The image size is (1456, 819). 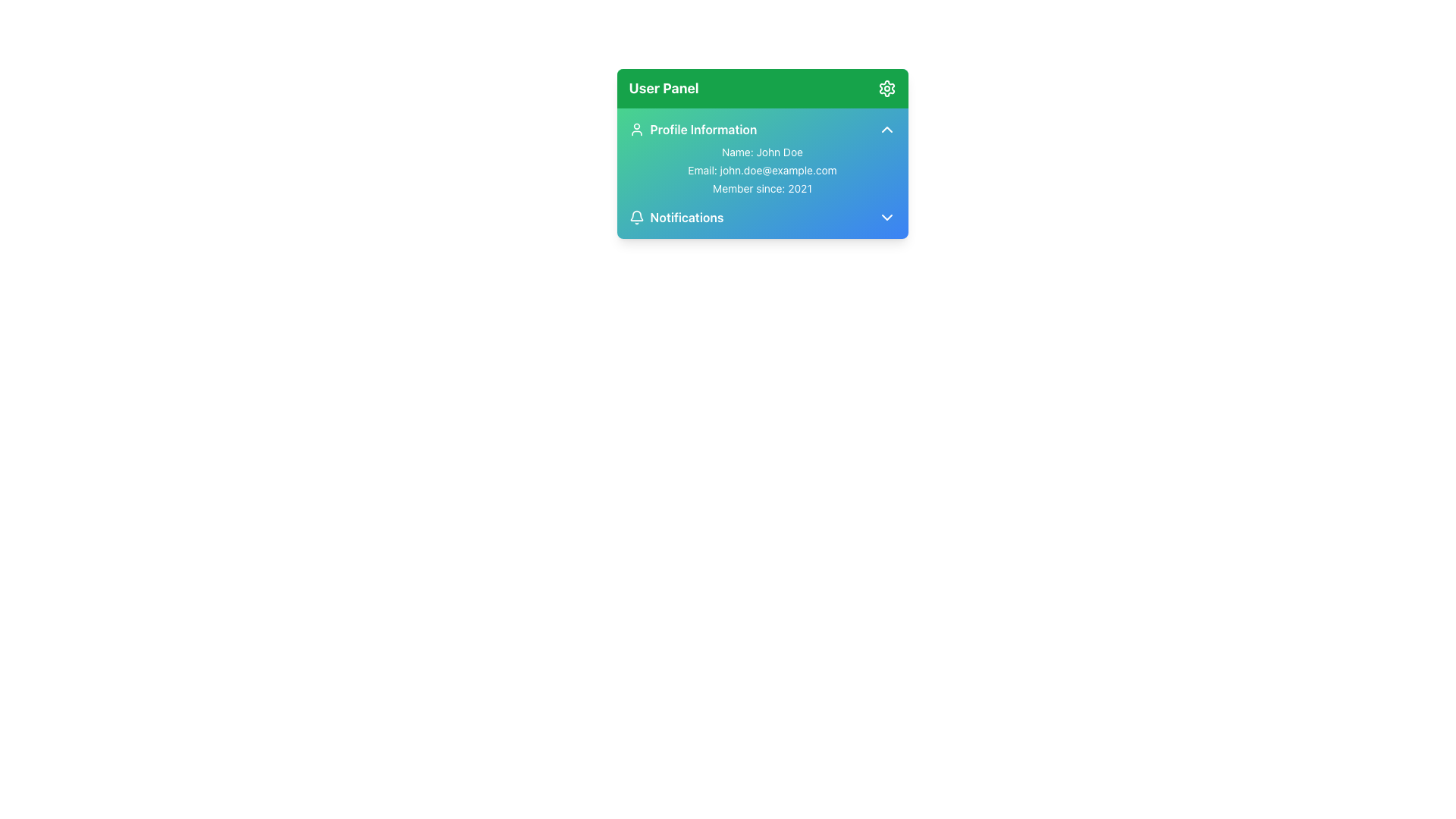 What do you see at coordinates (886, 88) in the screenshot?
I see `the cogwheel-like icon button in the top-right corner of the 'User Panel' card interface` at bounding box center [886, 88].